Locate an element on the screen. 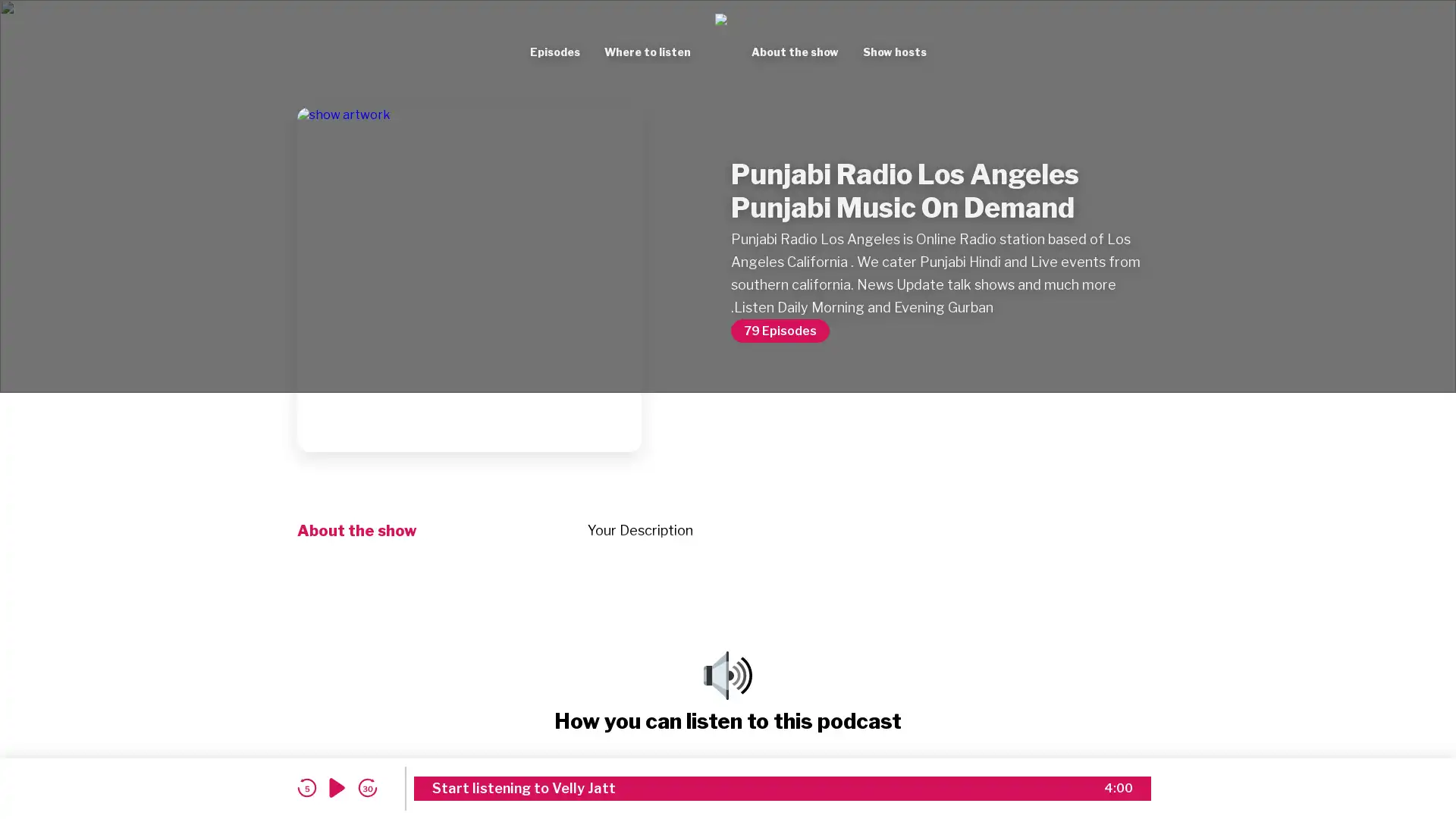 This screenshot has width=1456, height=819. skip back 5 seconds is located at coordinates (306, 787).